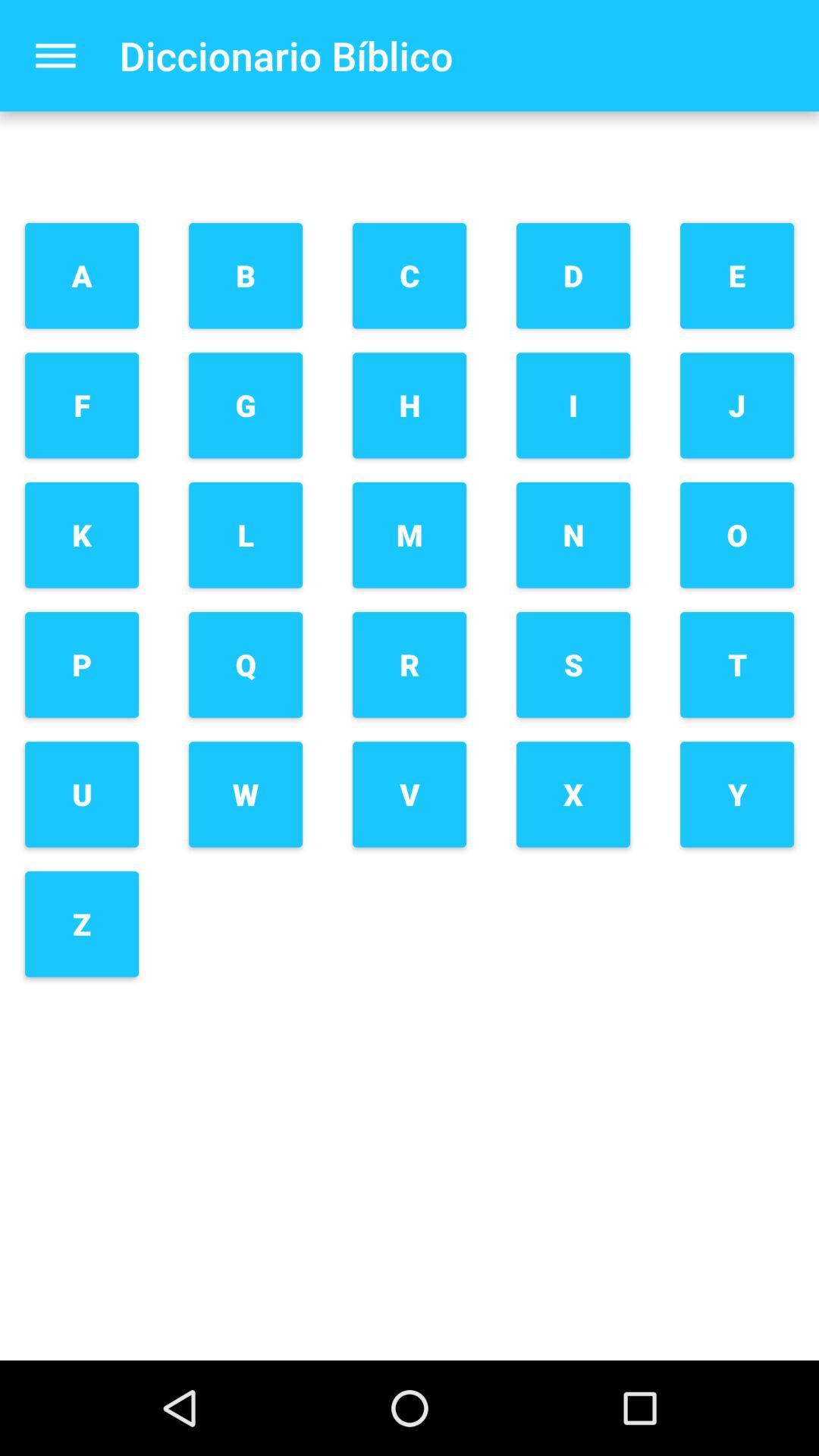 The width and height of the screenshot is (819, 1456). I want to click on the v button, so click(409, 793).